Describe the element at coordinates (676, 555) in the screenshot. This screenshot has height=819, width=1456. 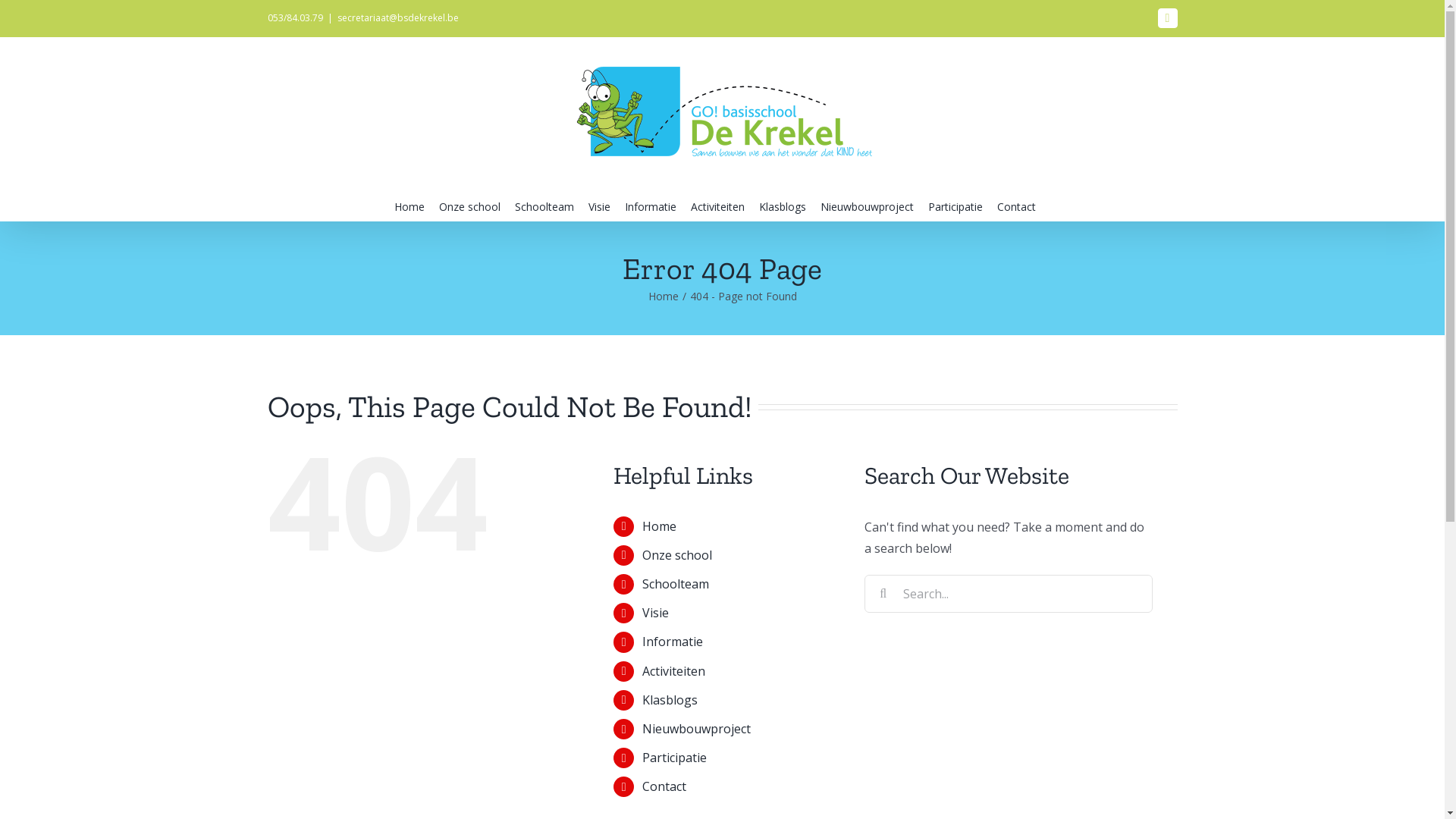
I see `'Onze school'` at that location.